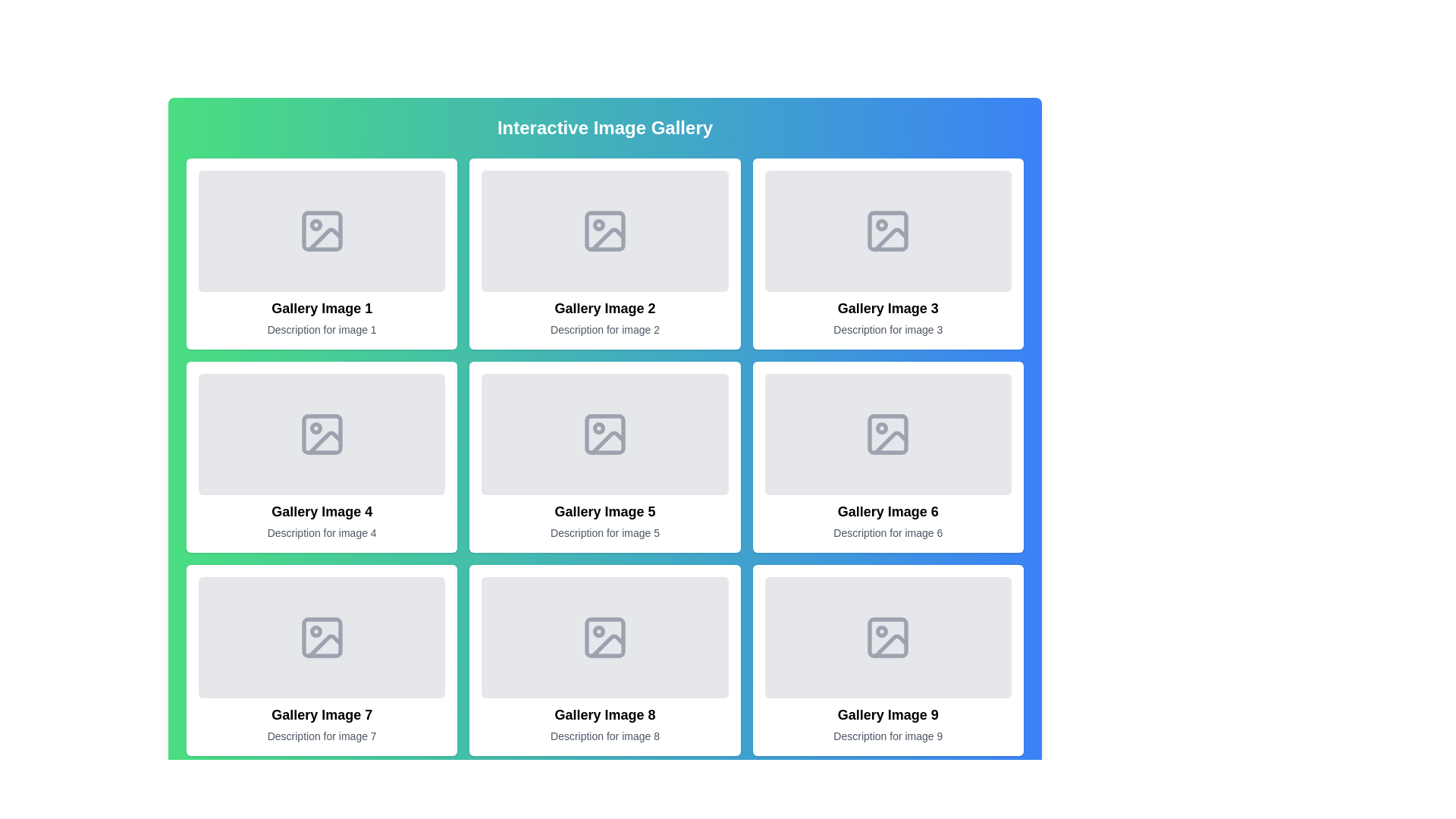 This screenshot has height=819, width=1456. What do you see at coordinates (598, 225) in the screenshot?
I see `the Circle (SVG Element) that serves as an indicator within the 'Gallery Image 2' icon, located in the second column of the first row of the gallery` at bounding box center [598, 225].